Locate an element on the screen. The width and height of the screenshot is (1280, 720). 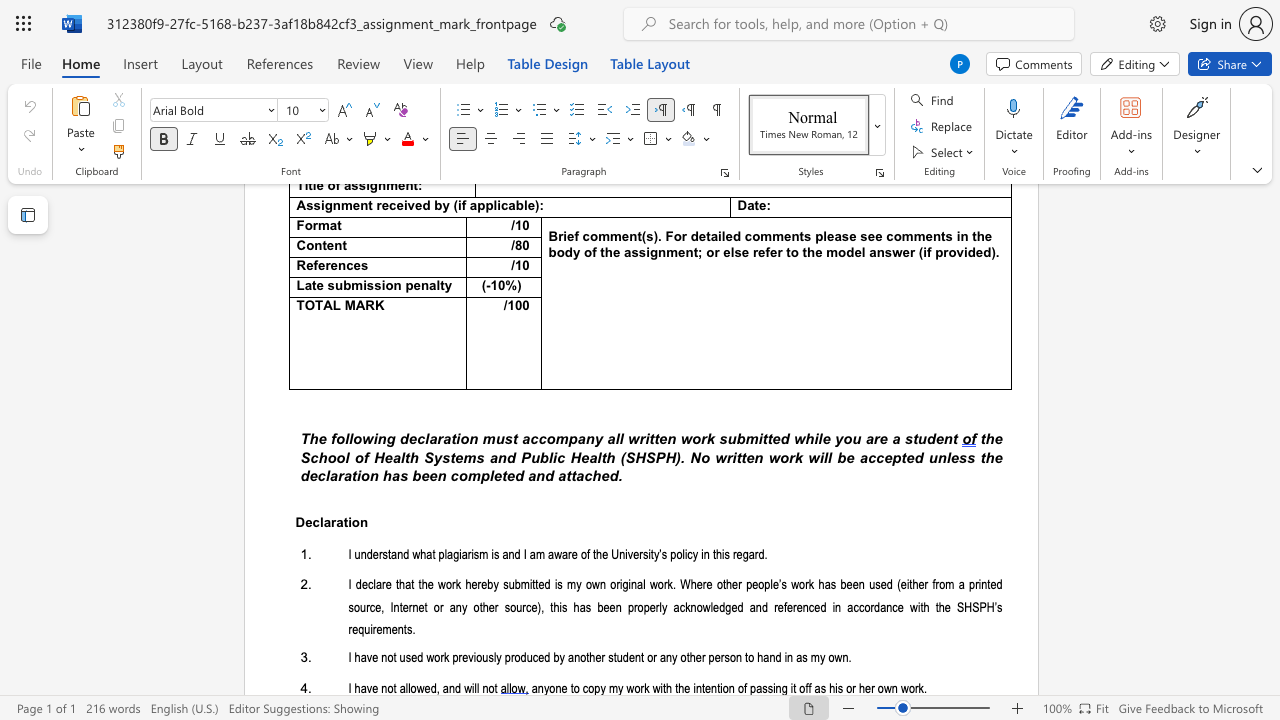
the 1th character "h" in the text is located at coordinates (940, 606).